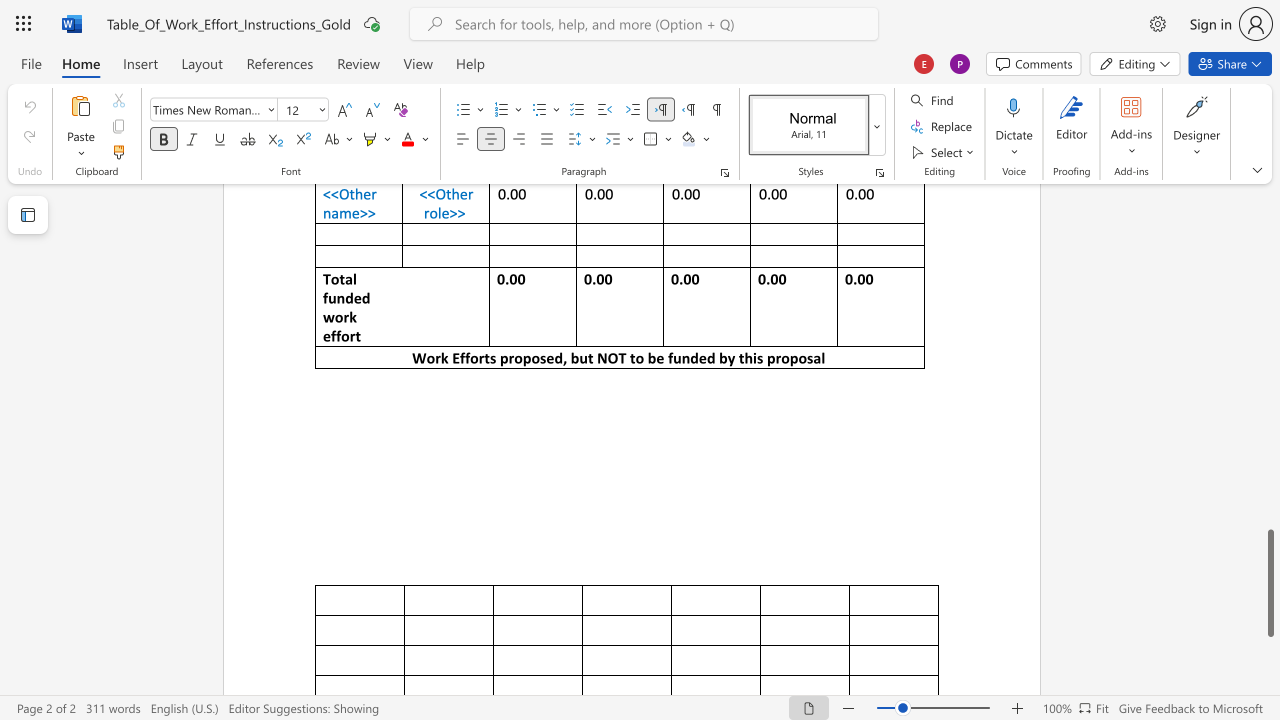  I want to click on the right-hand scrollbar to ascend the page, so click(1269, 438).